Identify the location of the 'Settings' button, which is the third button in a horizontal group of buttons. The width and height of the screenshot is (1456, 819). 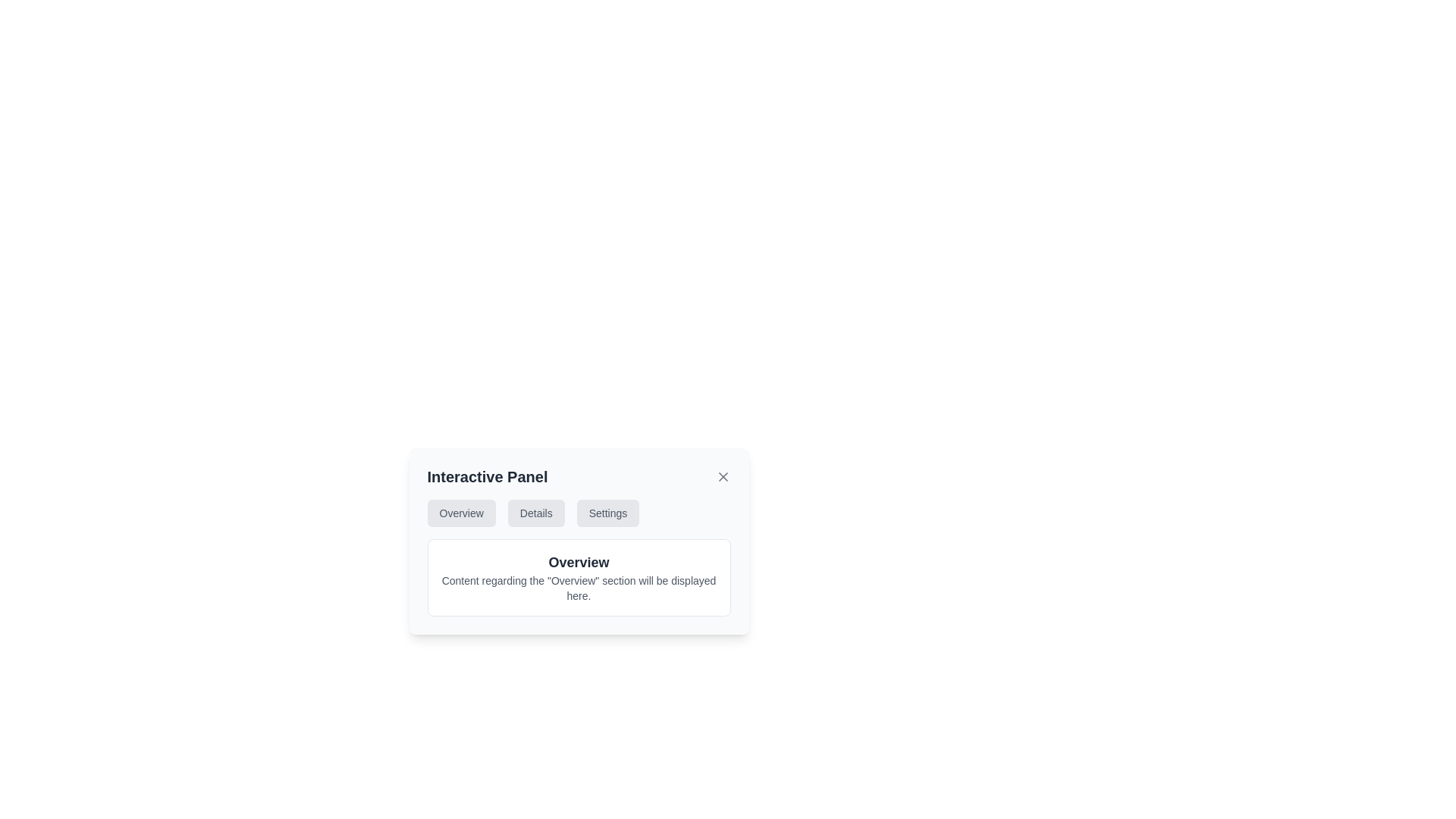
(607, 513).